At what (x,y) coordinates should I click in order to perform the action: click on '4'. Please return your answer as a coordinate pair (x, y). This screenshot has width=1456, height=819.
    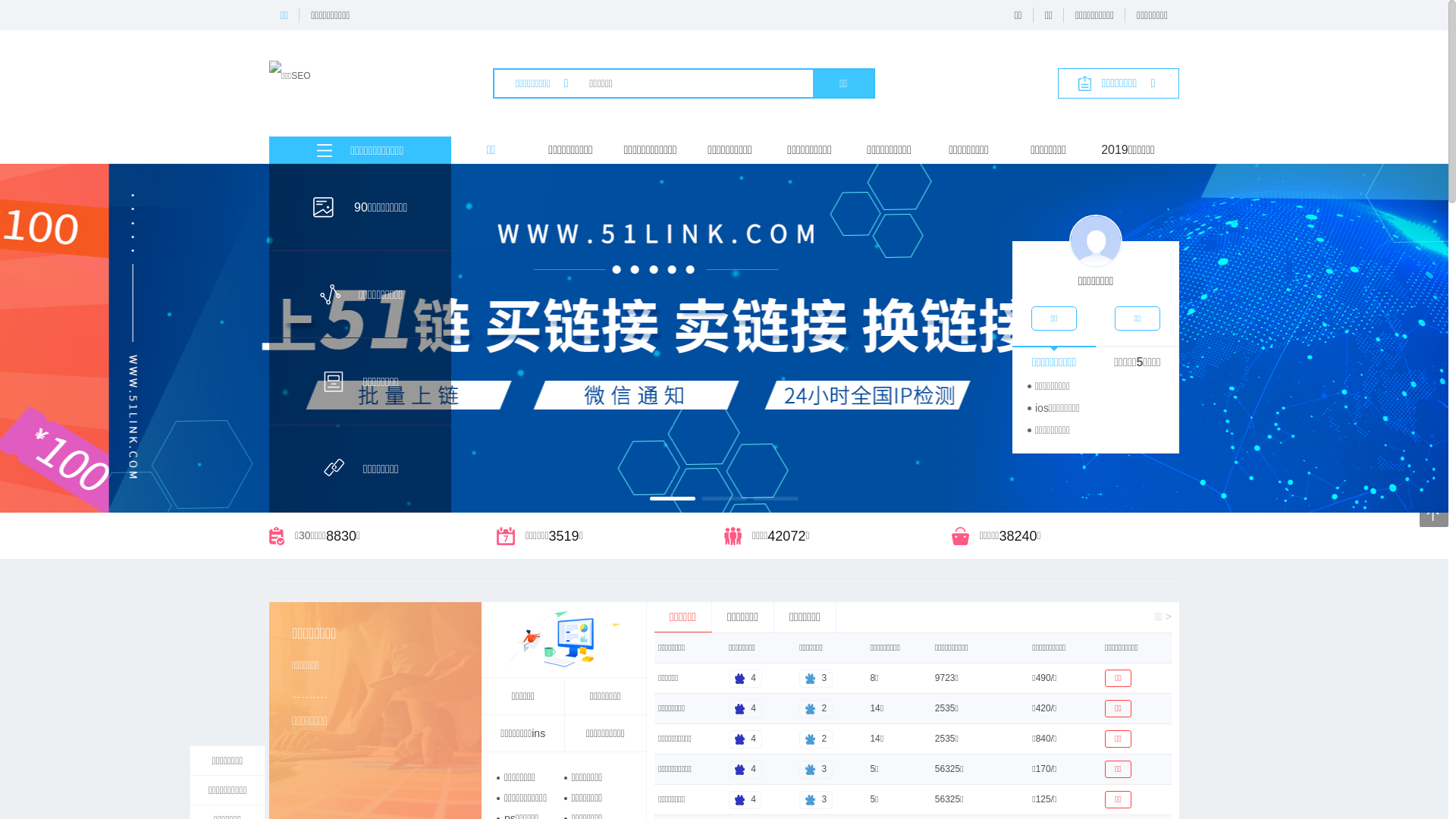
    Looking at the image, I should click on (745, 677).